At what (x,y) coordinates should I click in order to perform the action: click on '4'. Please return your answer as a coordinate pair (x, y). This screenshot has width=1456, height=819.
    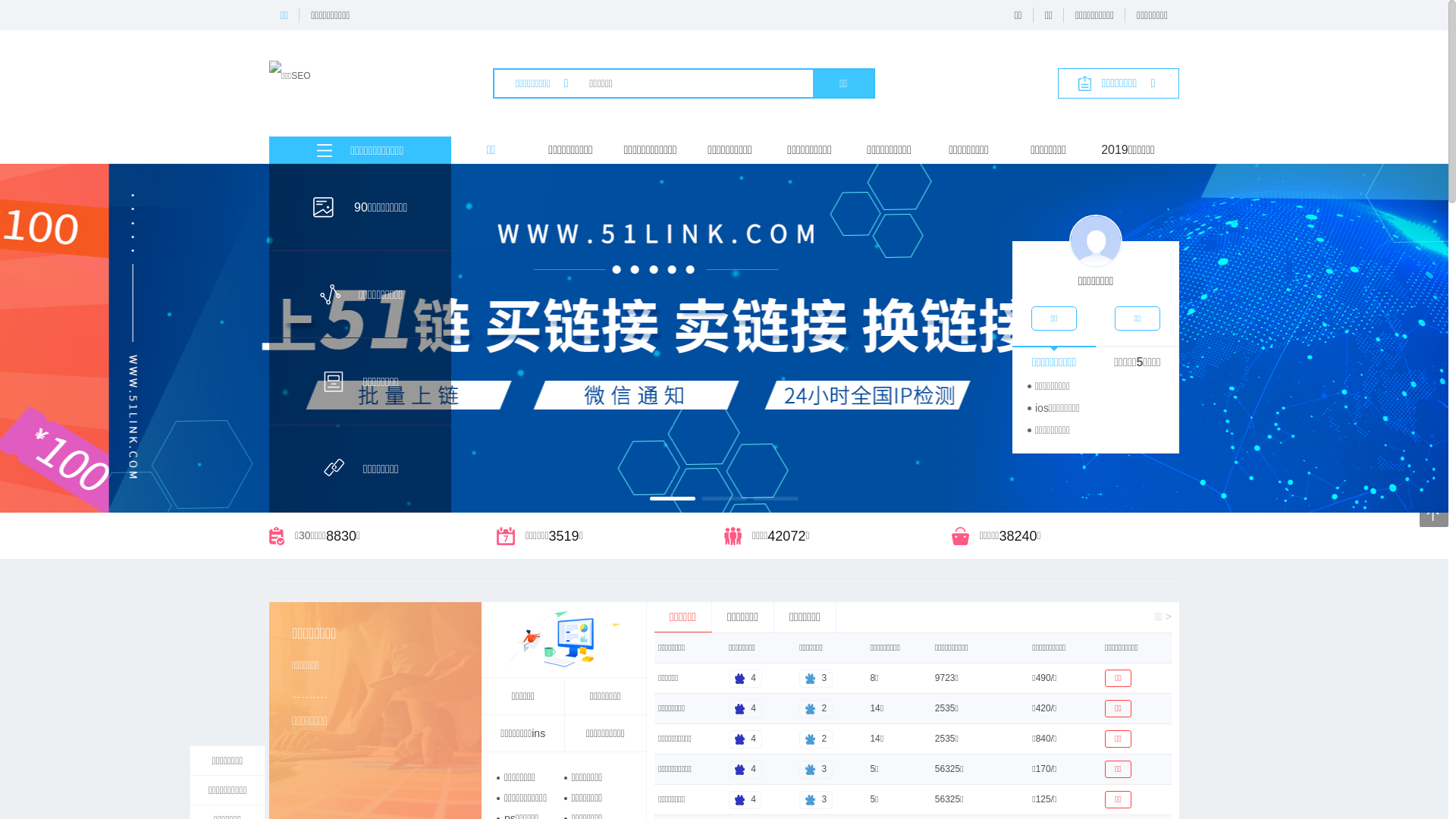
    Looking at the image, I should click on (745, 677).